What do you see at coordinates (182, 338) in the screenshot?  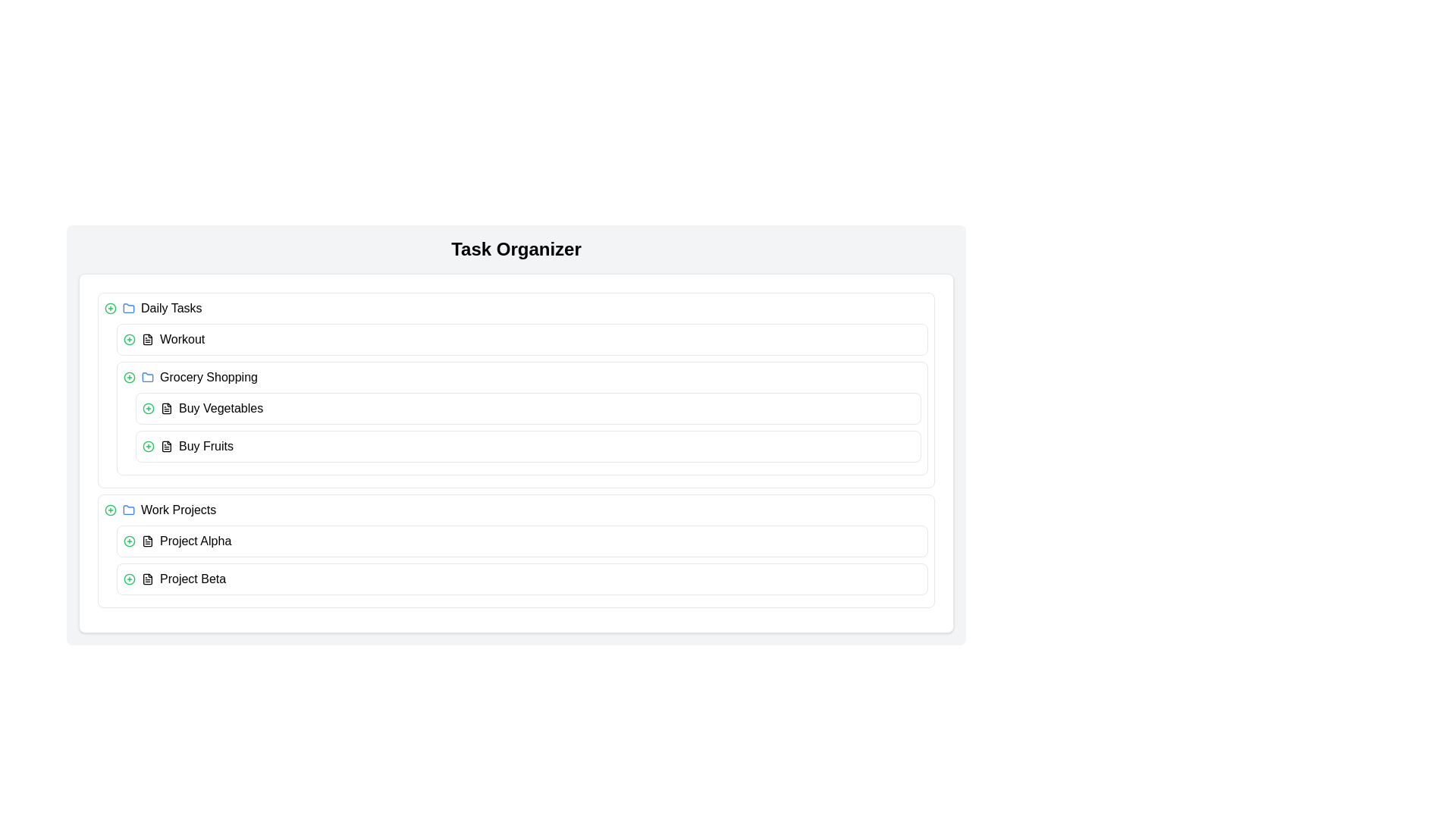 I see `the 'Workout' text label in the 'Daily Tasks' section` at bounding box center [182, 338].